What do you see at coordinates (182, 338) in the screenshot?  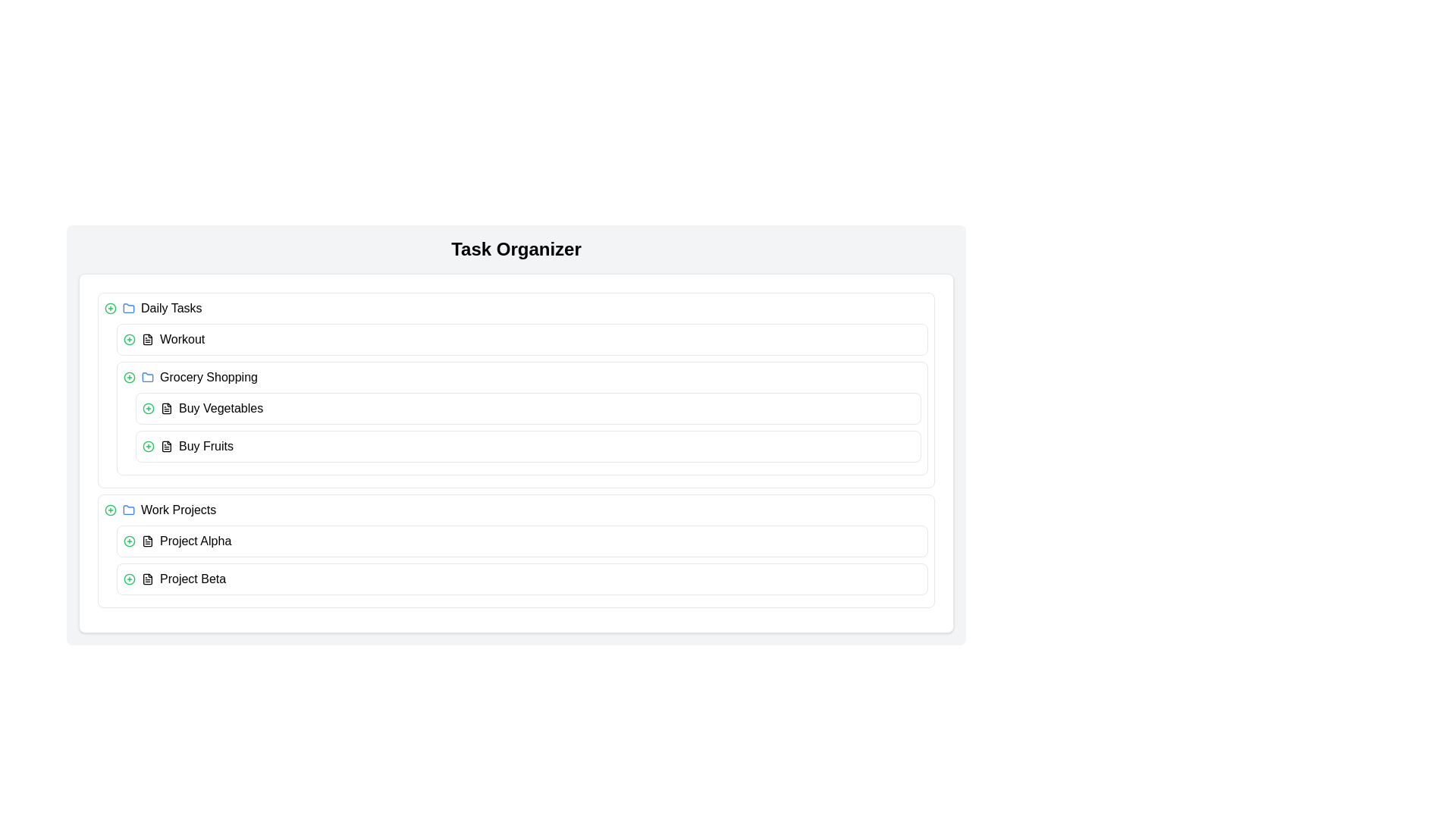 I see `the 'Workout' text label in the 'Daily Tasks' section` at bounding box center [182, 338].